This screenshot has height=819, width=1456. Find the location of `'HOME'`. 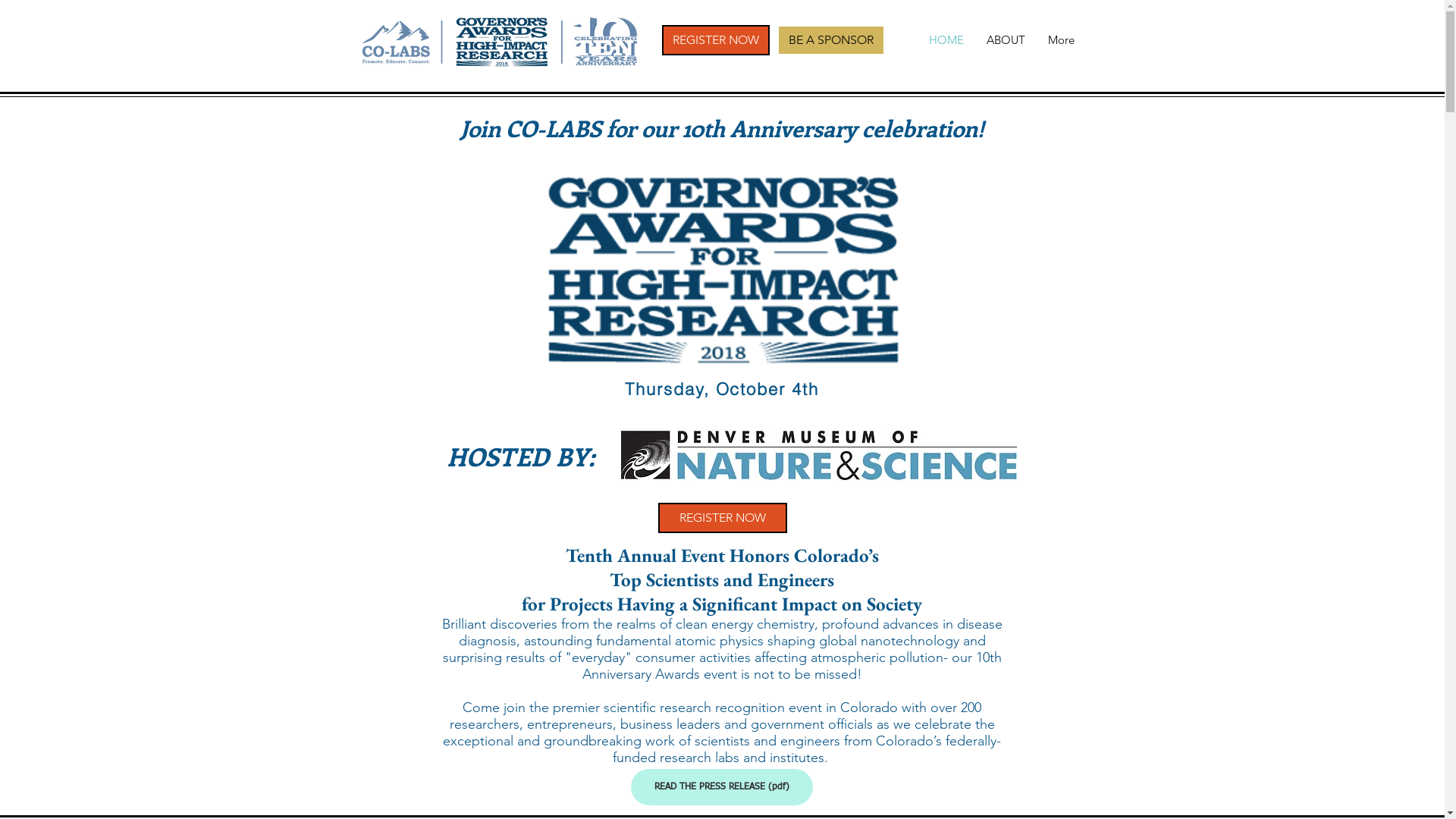

'HOME' is located at coordinates (946, 39).